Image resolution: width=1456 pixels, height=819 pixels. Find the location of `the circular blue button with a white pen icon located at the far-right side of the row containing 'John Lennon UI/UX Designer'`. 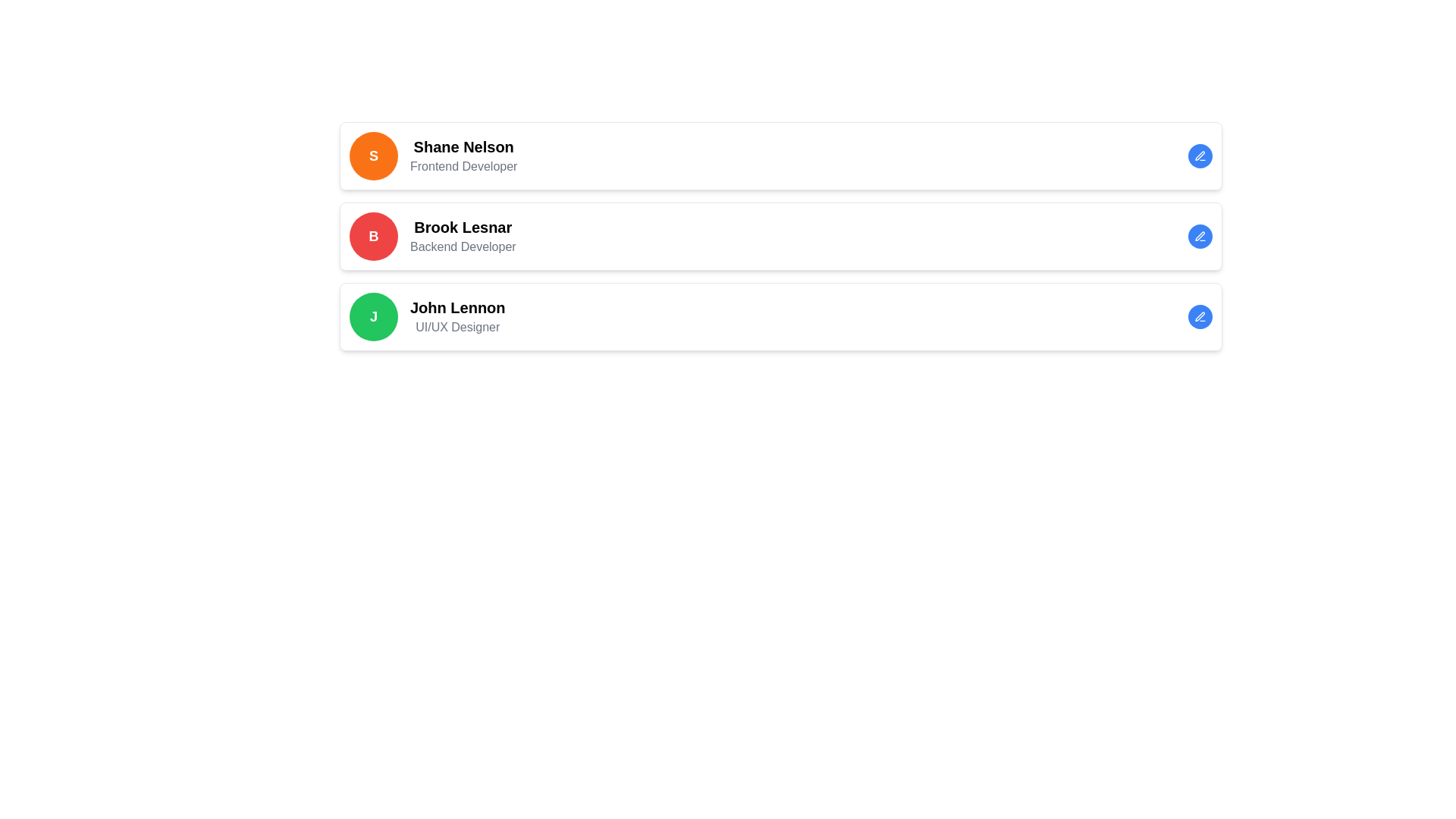

the circular blue button with a white pen icon located at the far-right side of the row containing 'John Lennon UI/UX Designer' is located at coordinates (1200, 315).